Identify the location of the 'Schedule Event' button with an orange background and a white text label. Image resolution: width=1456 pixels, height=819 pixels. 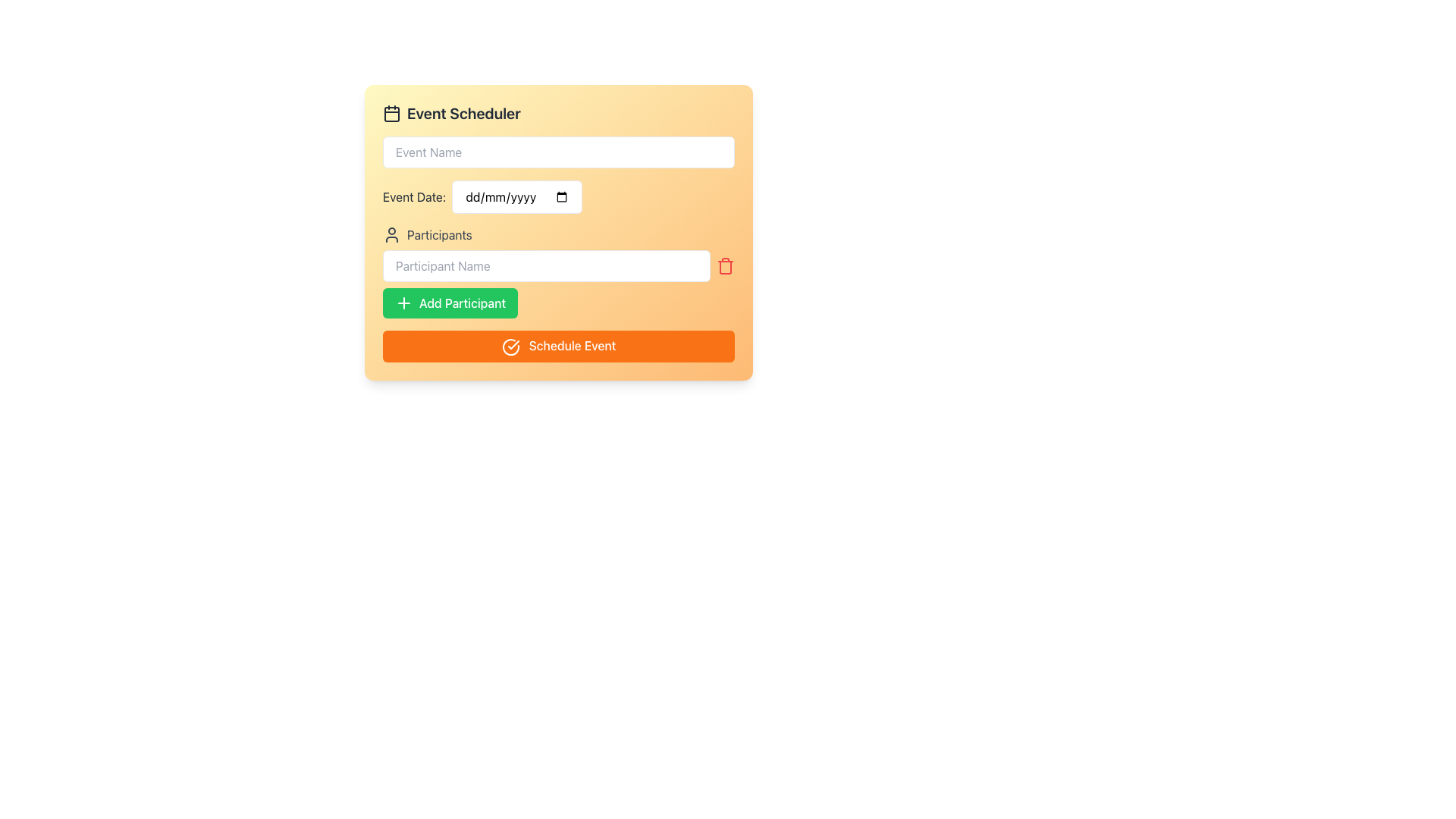
(558, 345).